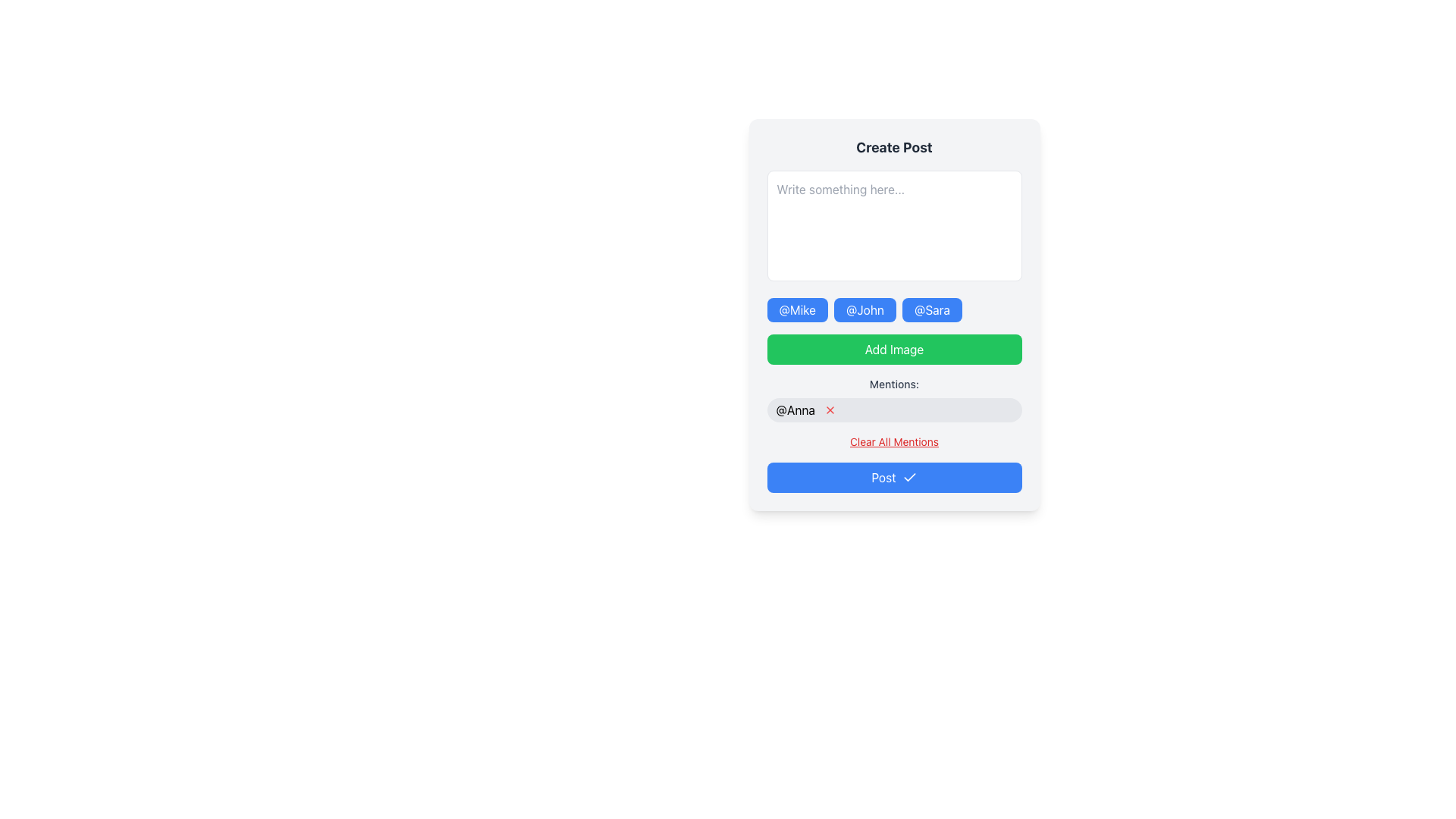 This screenshot has width=1456, height=819. What do you see at coordinates (894, 350) in the screenshot?
I see `the centrally located button that allows the user` at bounding box center [894, 350].